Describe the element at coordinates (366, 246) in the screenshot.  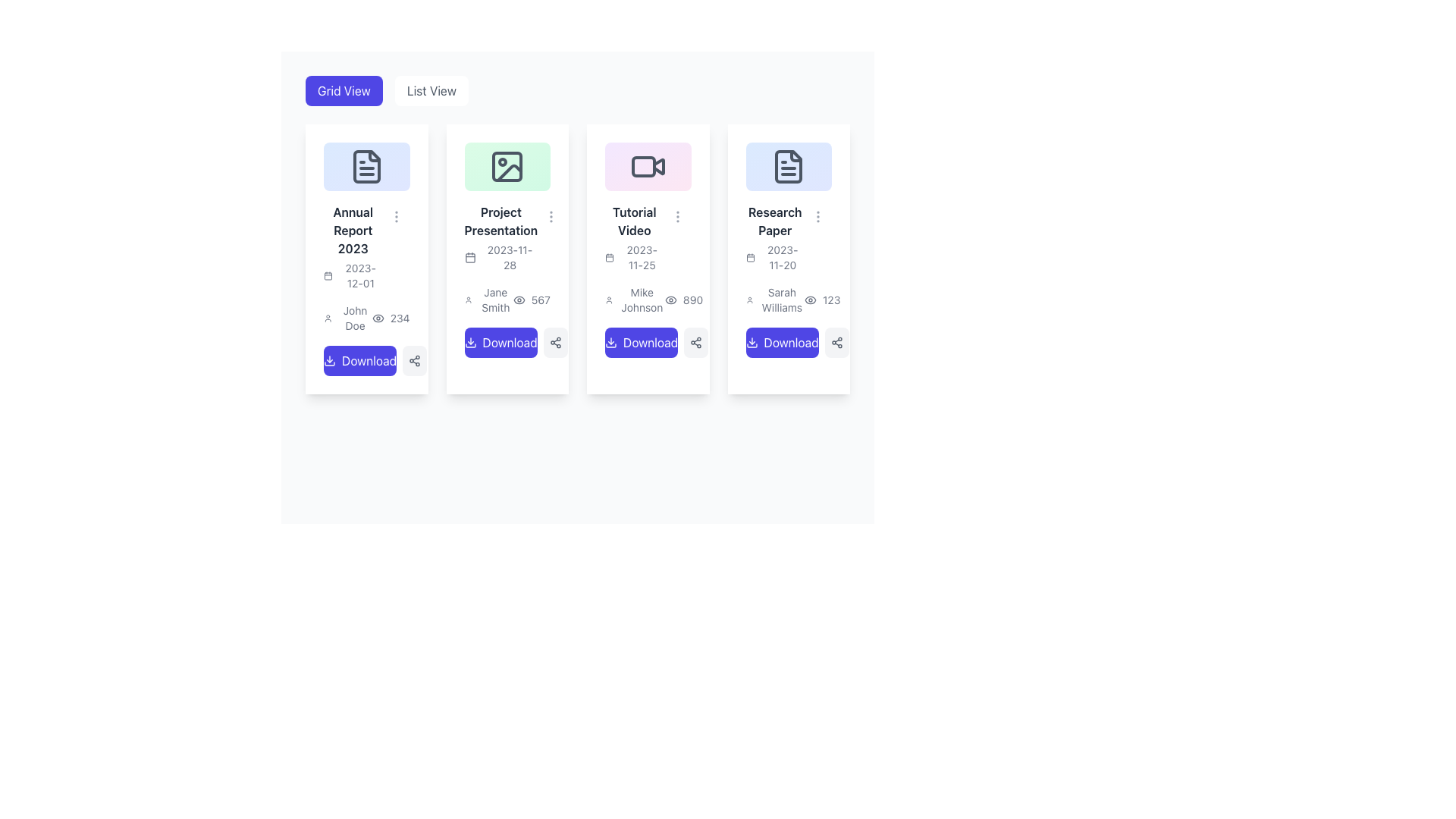
I see `the text label group that serves as a description and date label for the associated card, located above the user name and view count section in the first card of the grid layout` at that location.